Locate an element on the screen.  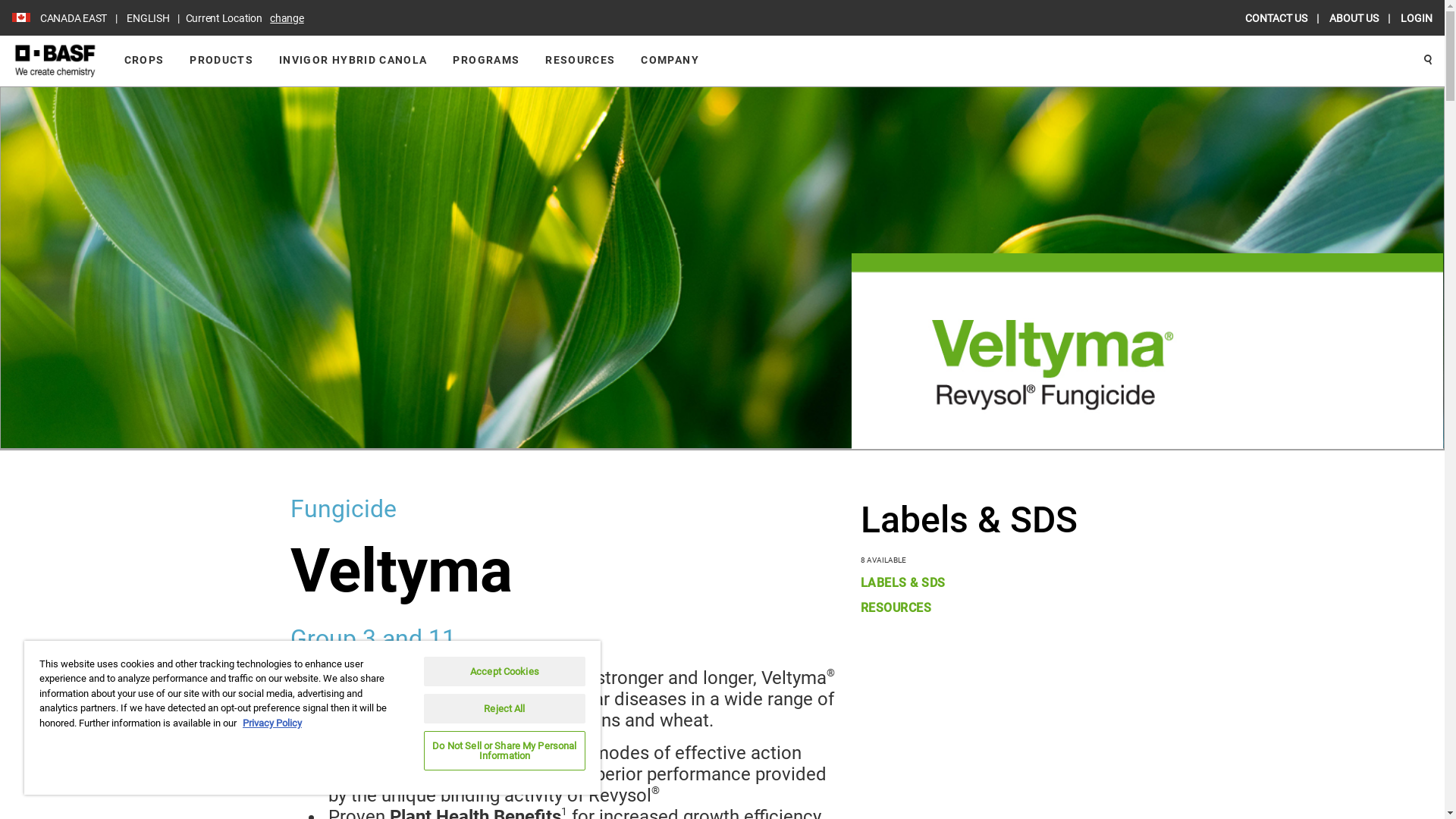
'PROGRAMS' is located at coordinates (486, 59).